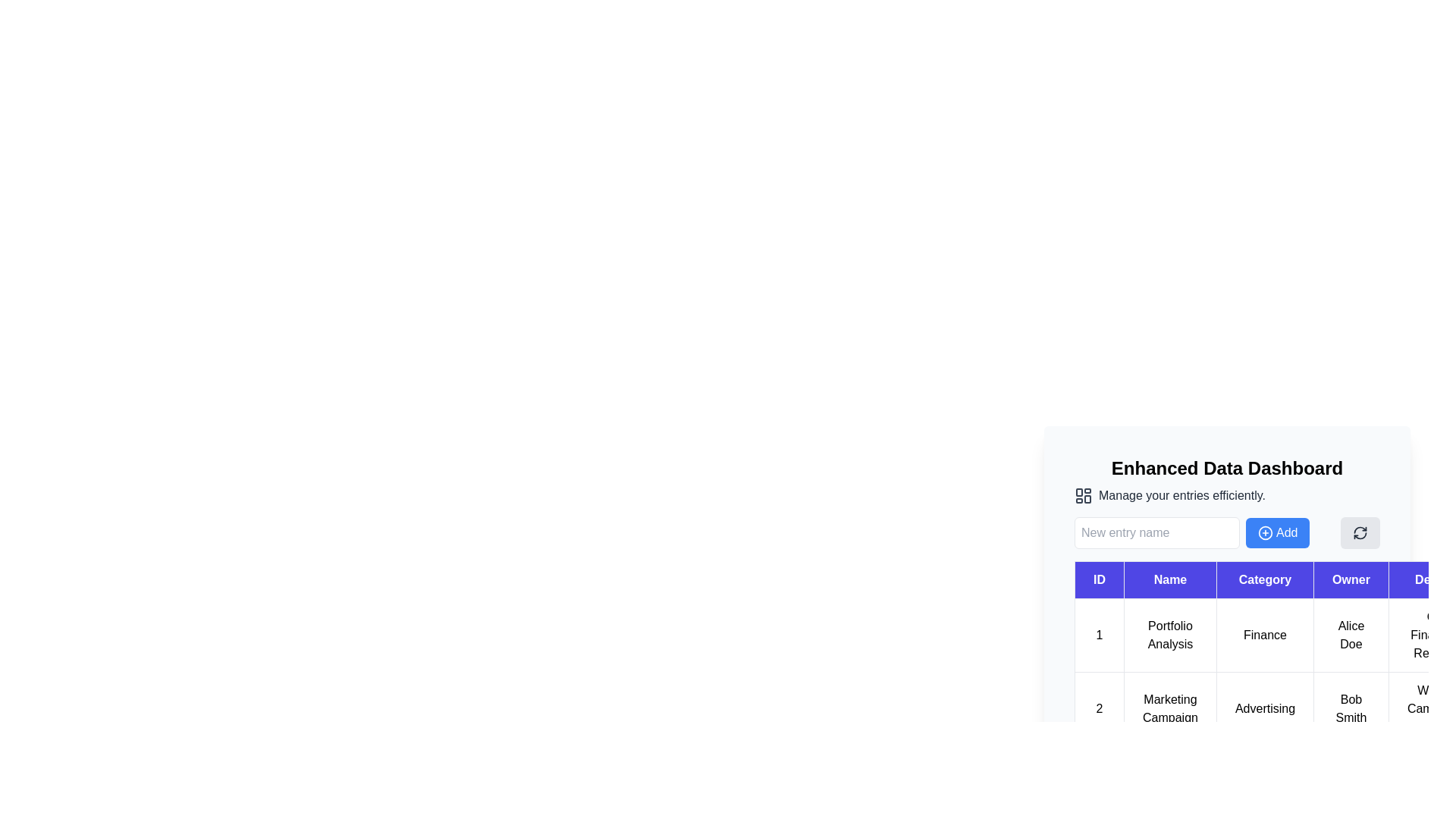  What do you see at coordinates (1351, 635) in the screenshot?
I see `text content of the label displaying 'Alice Doe' located under the 'Owner' column in the first row of the data table` at bounding box center [1351, 635].